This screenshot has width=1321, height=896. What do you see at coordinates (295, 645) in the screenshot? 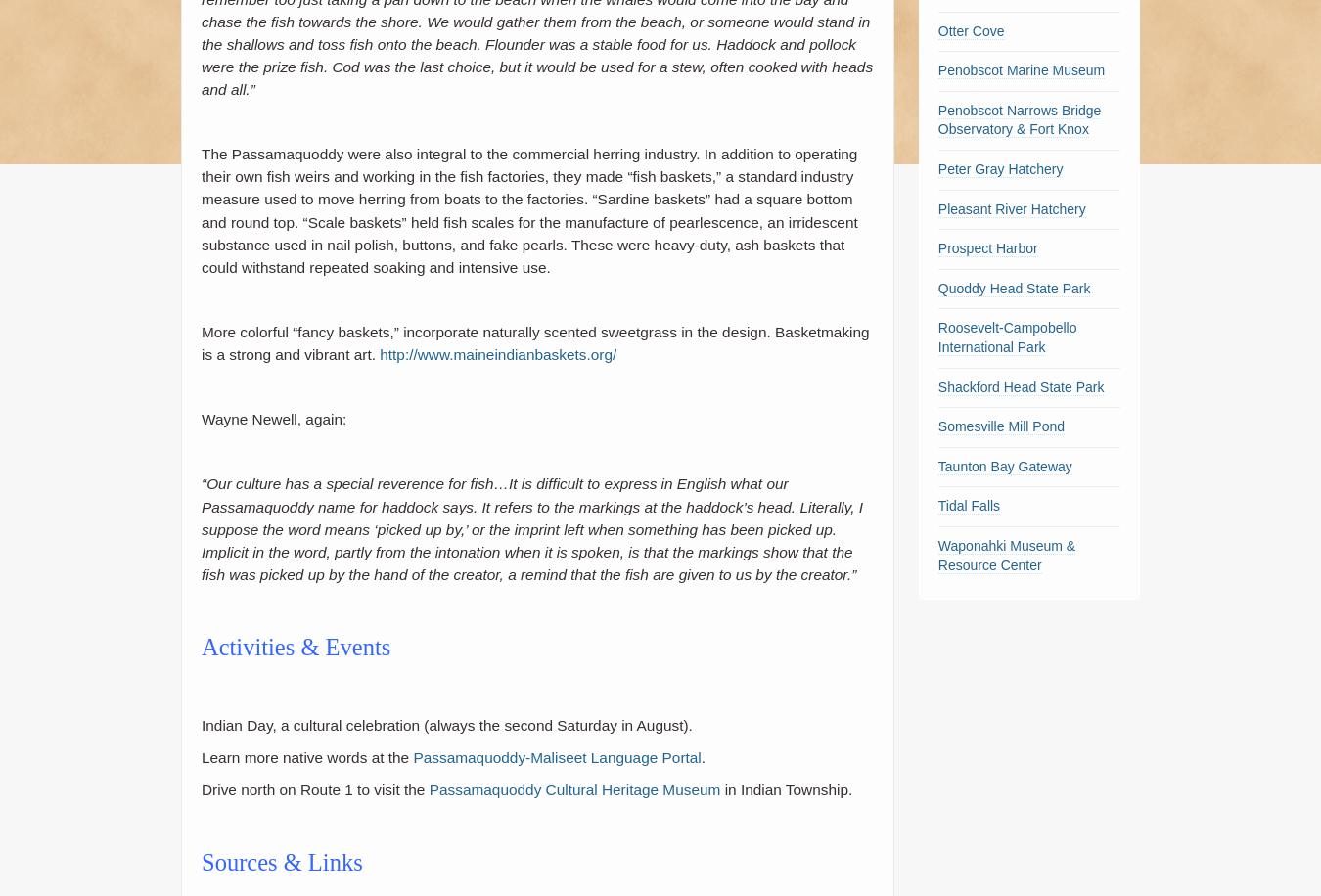
I see `'Activities & Events'` at bounding box center [295, 645].